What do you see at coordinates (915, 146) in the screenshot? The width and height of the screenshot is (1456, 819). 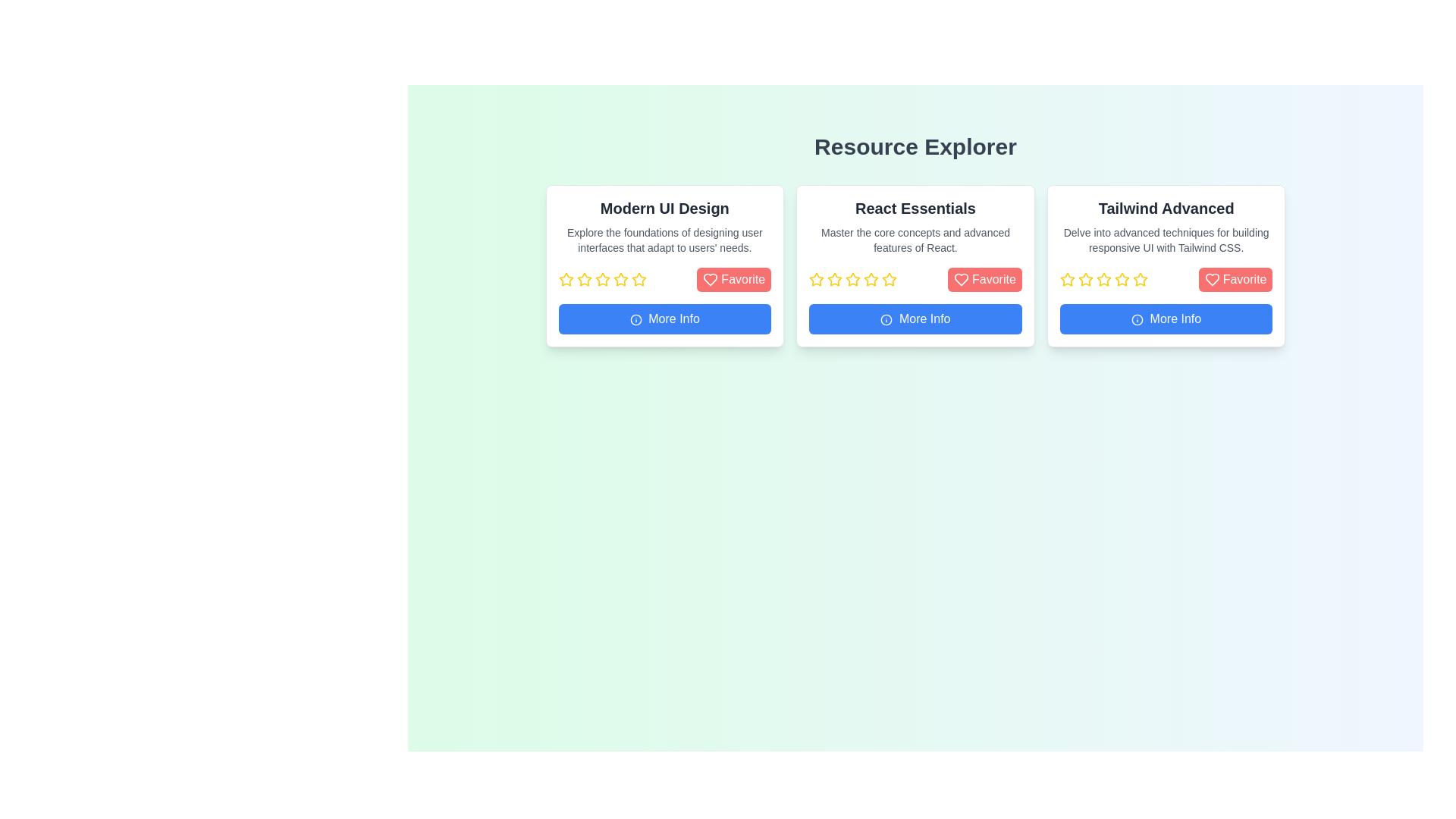 I see `heading text 'Resource Explorer' which is prominently displayed in bold, large typography in dark gray color against a light background` at bounding box center [915, 146].